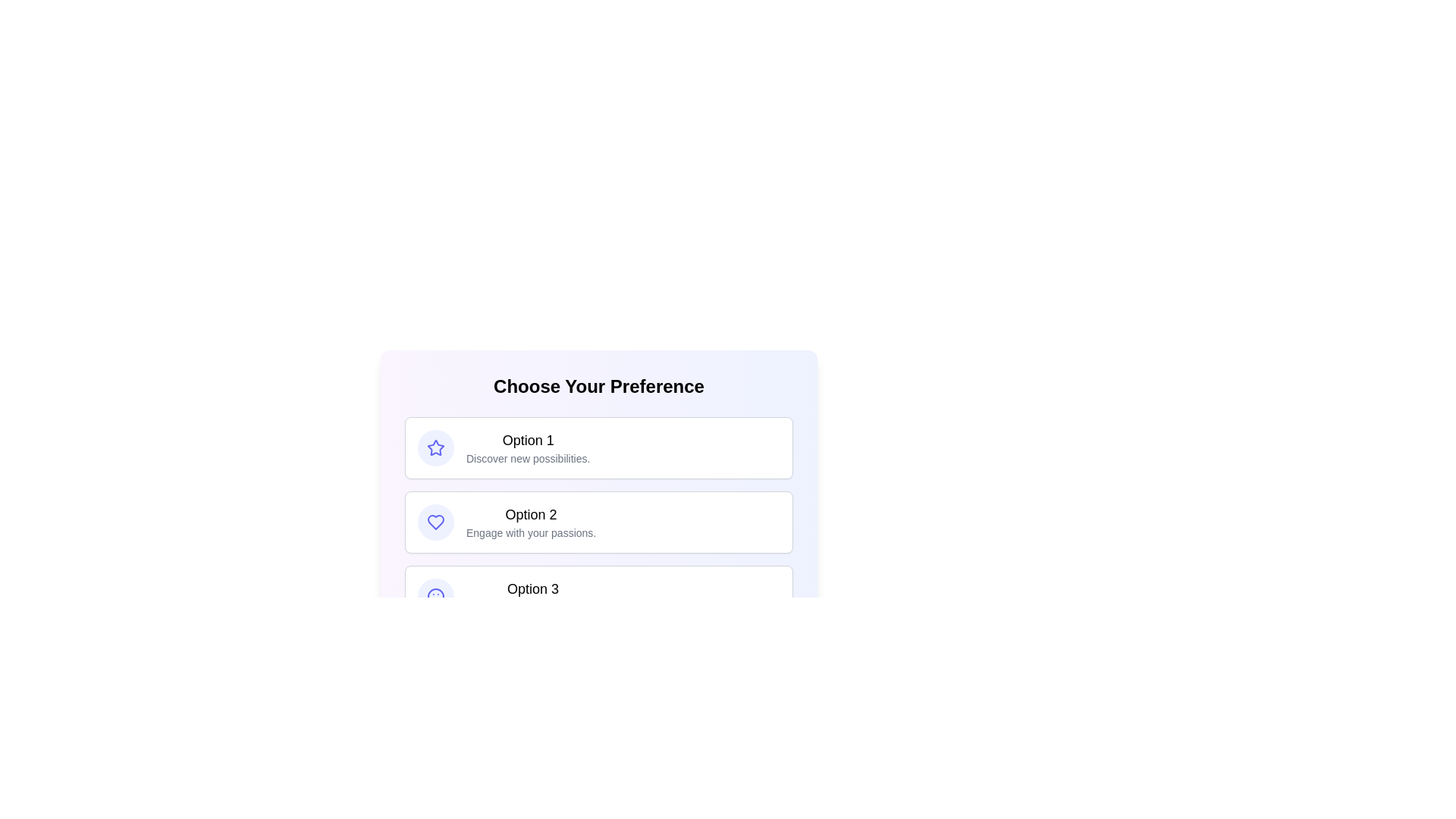  Describe the element at coordinates (528, 441) in the screenshot. I see `the 'Option 1' text label` at that location.